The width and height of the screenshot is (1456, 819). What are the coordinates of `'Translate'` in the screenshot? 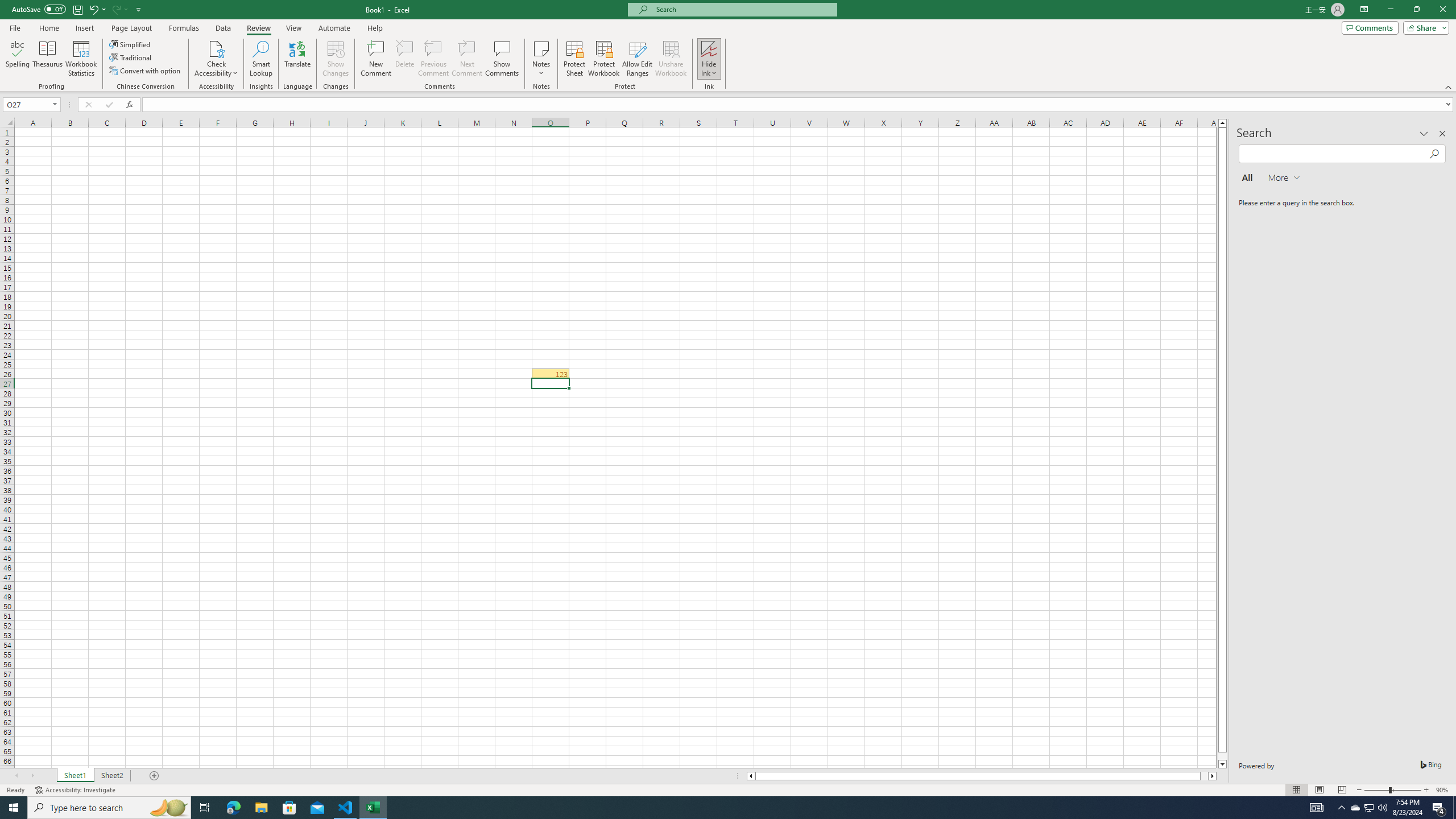 It's located at (297, 59).